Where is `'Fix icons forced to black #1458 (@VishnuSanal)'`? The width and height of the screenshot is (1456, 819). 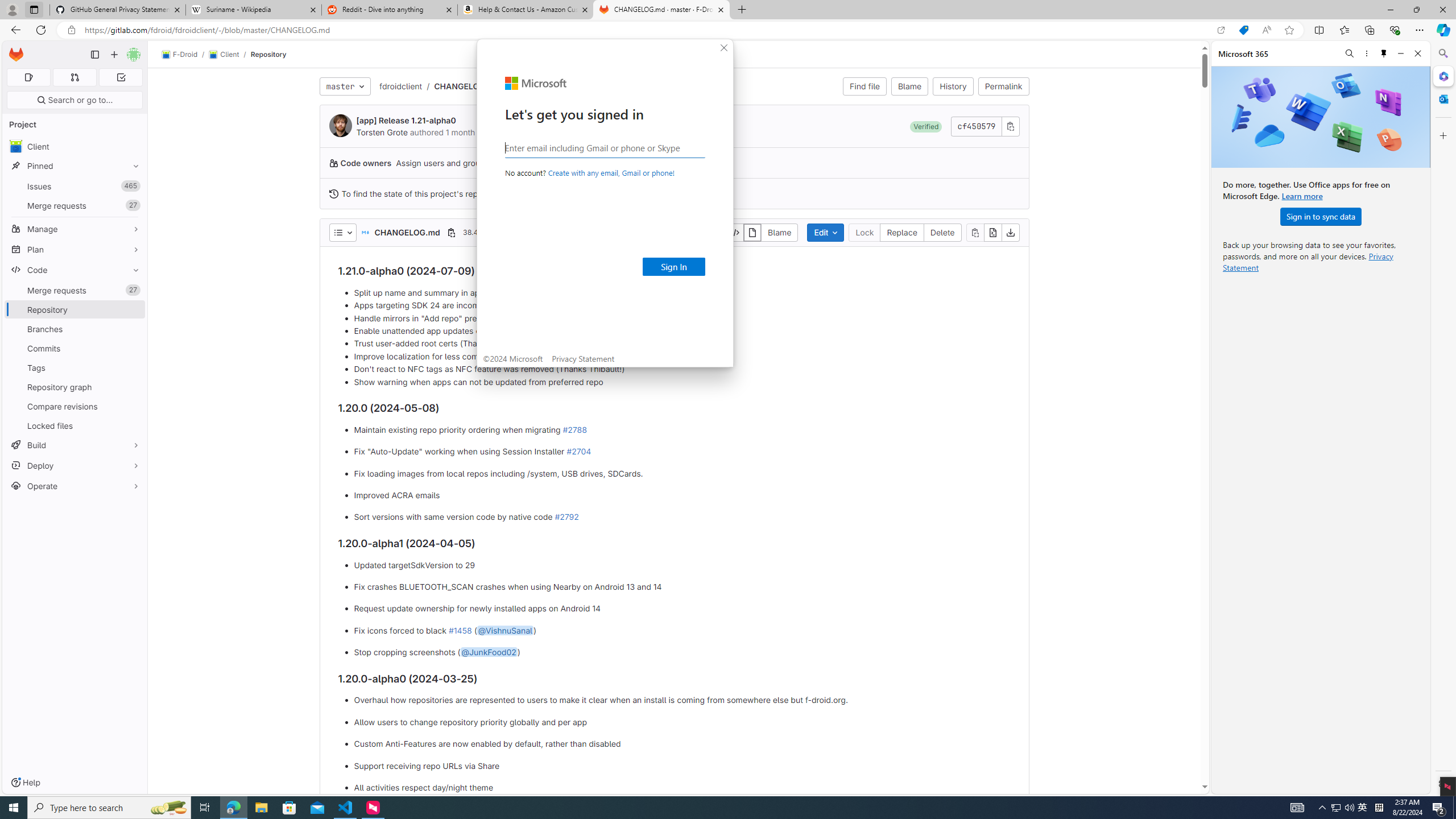
'Fix icons forced to black #1458 (@VishnuSanal)' is located at coordinates (681, 630).